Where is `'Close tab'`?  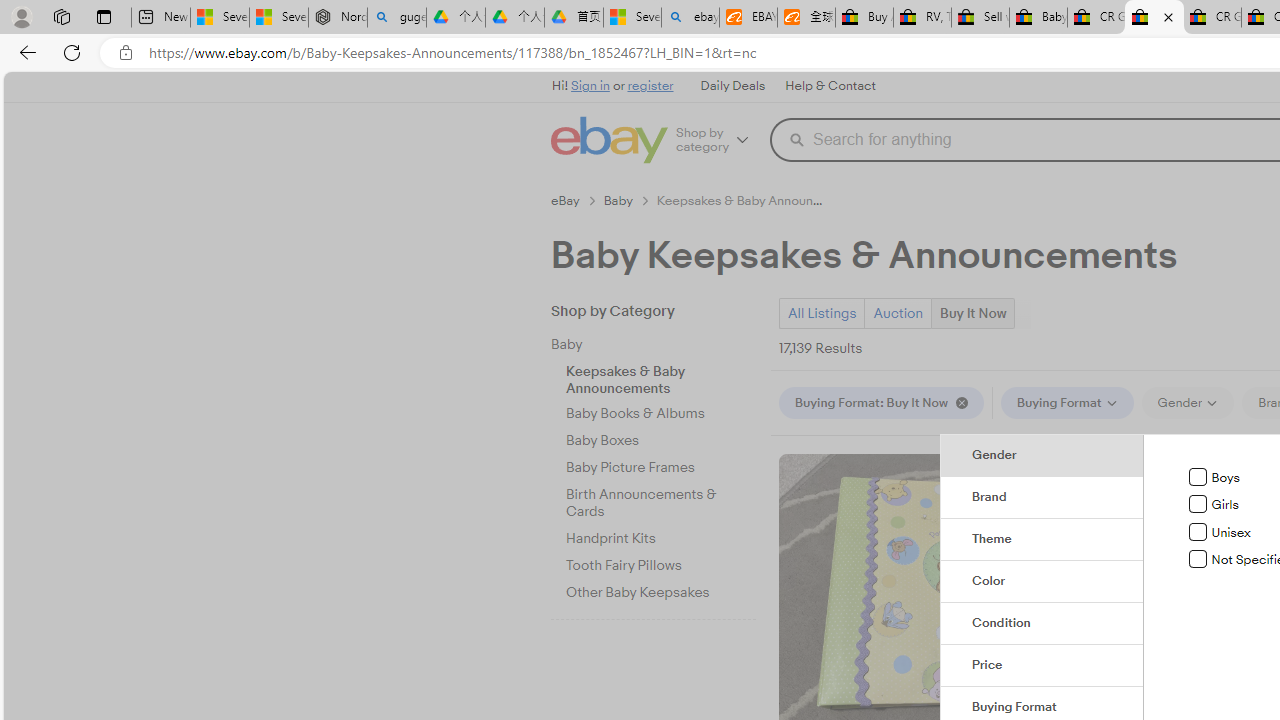 'Close tab' is located at coordinates (1168, 17).